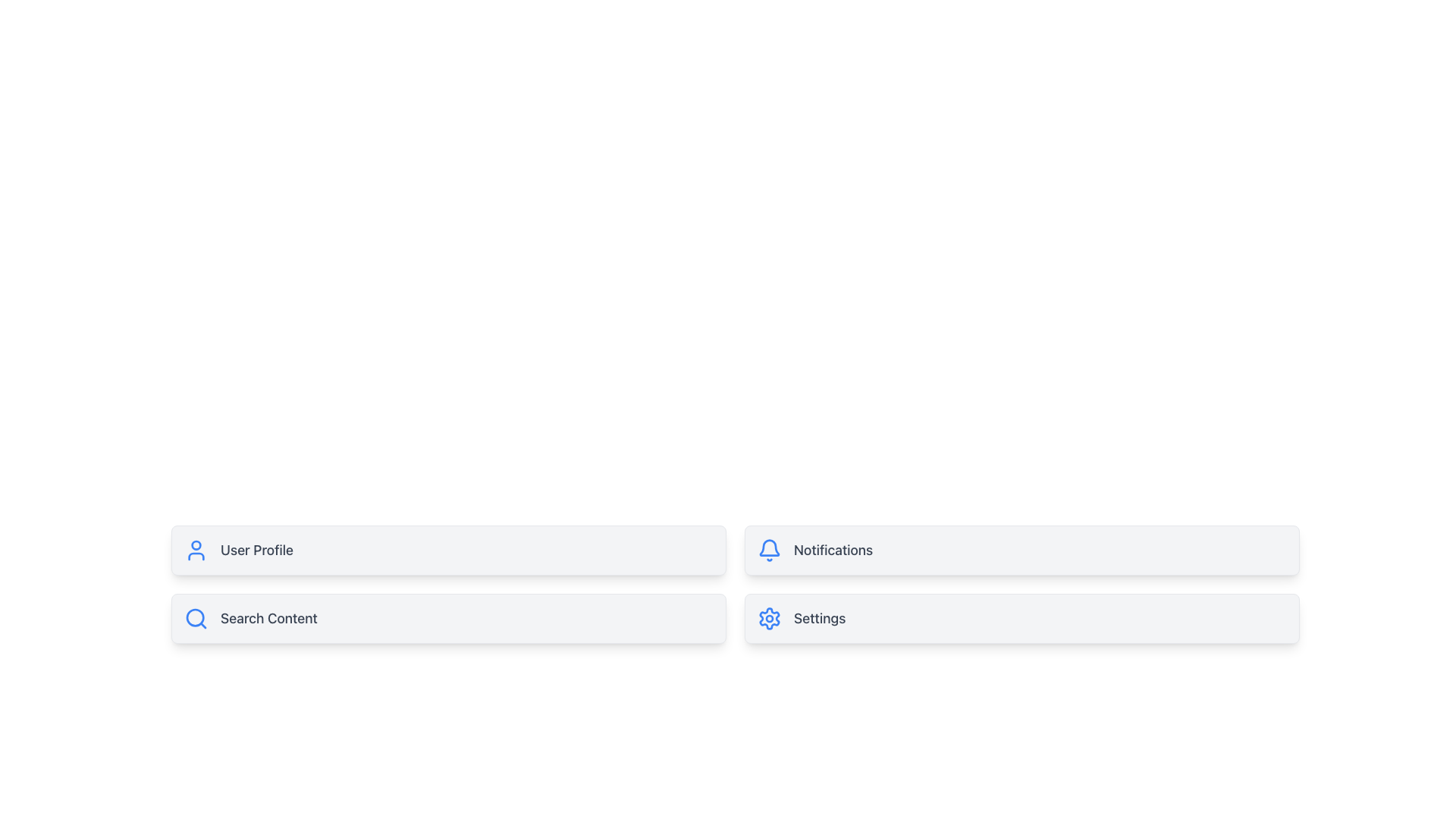  I want to click on the 'Notifications' text label which is displayed in medium-sized, gray font, positioned immediately to the right of a bell icon in the top-right part of the UI, so click(833, 550).